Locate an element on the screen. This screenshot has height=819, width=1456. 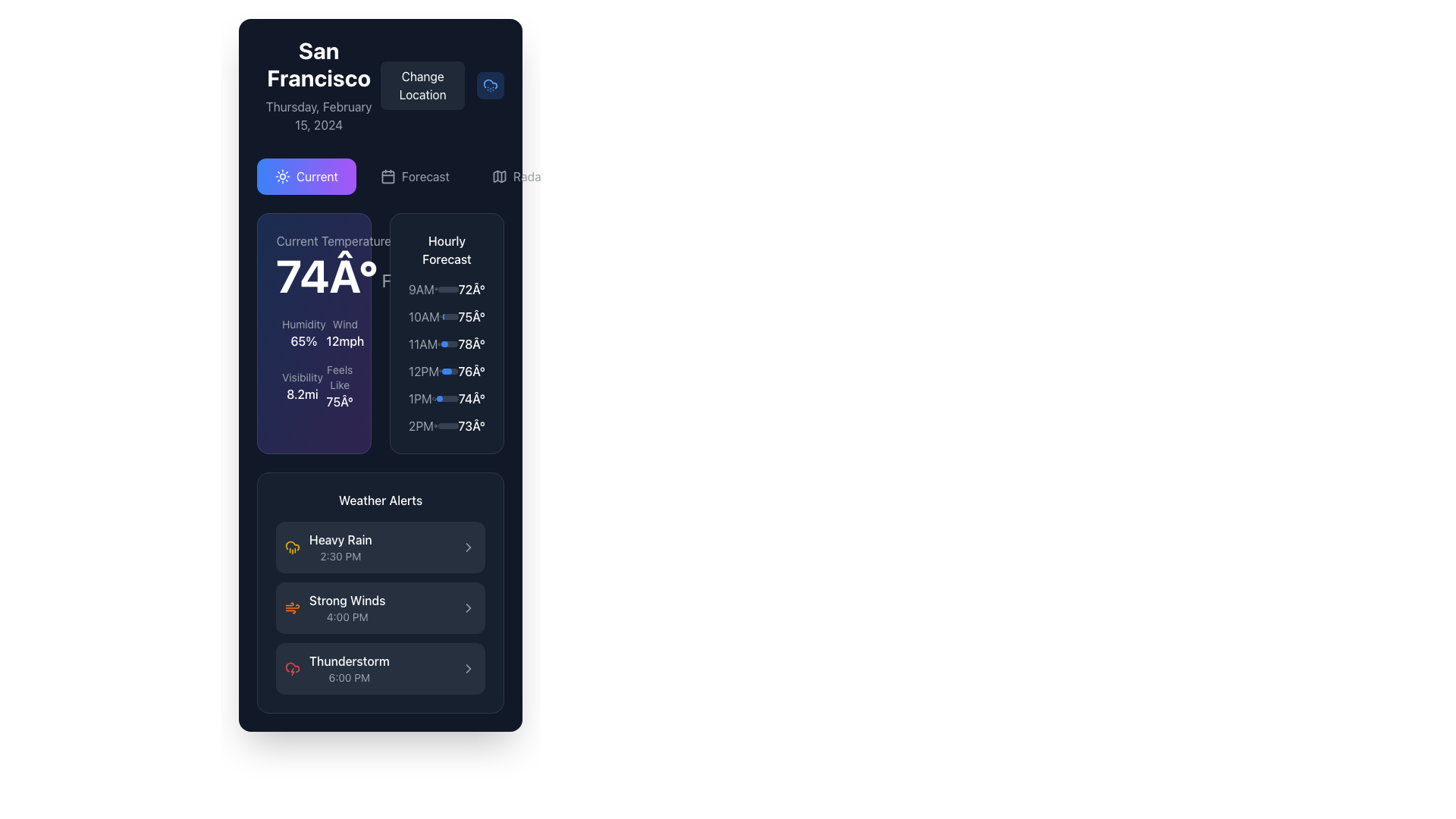
visibility measure displayed in the text information display located in the left panel below the current temperature section is located at coordinates (302, 385).